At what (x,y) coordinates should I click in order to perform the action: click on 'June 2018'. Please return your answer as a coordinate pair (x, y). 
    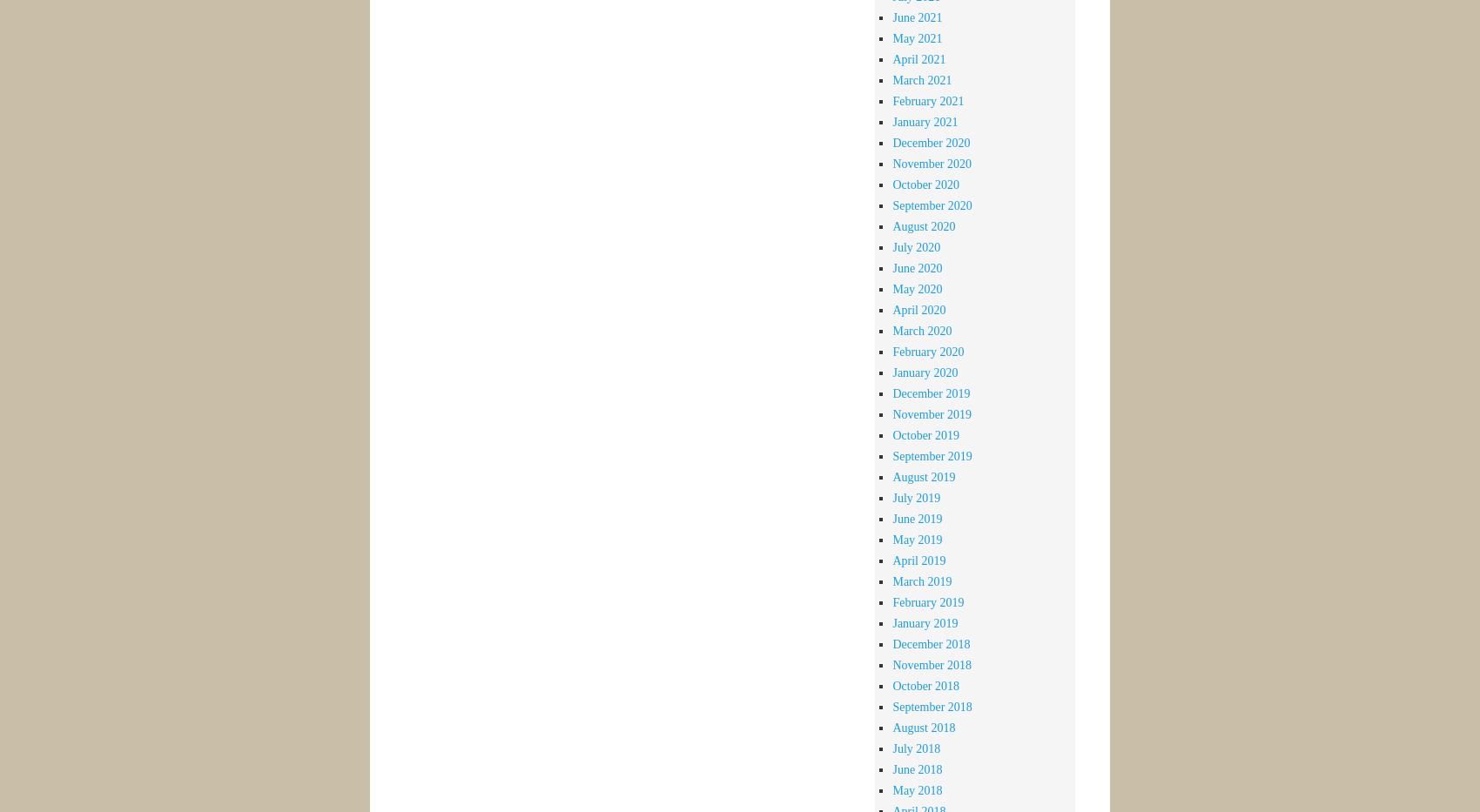
    Looking at the image, I should click on (916, 768).